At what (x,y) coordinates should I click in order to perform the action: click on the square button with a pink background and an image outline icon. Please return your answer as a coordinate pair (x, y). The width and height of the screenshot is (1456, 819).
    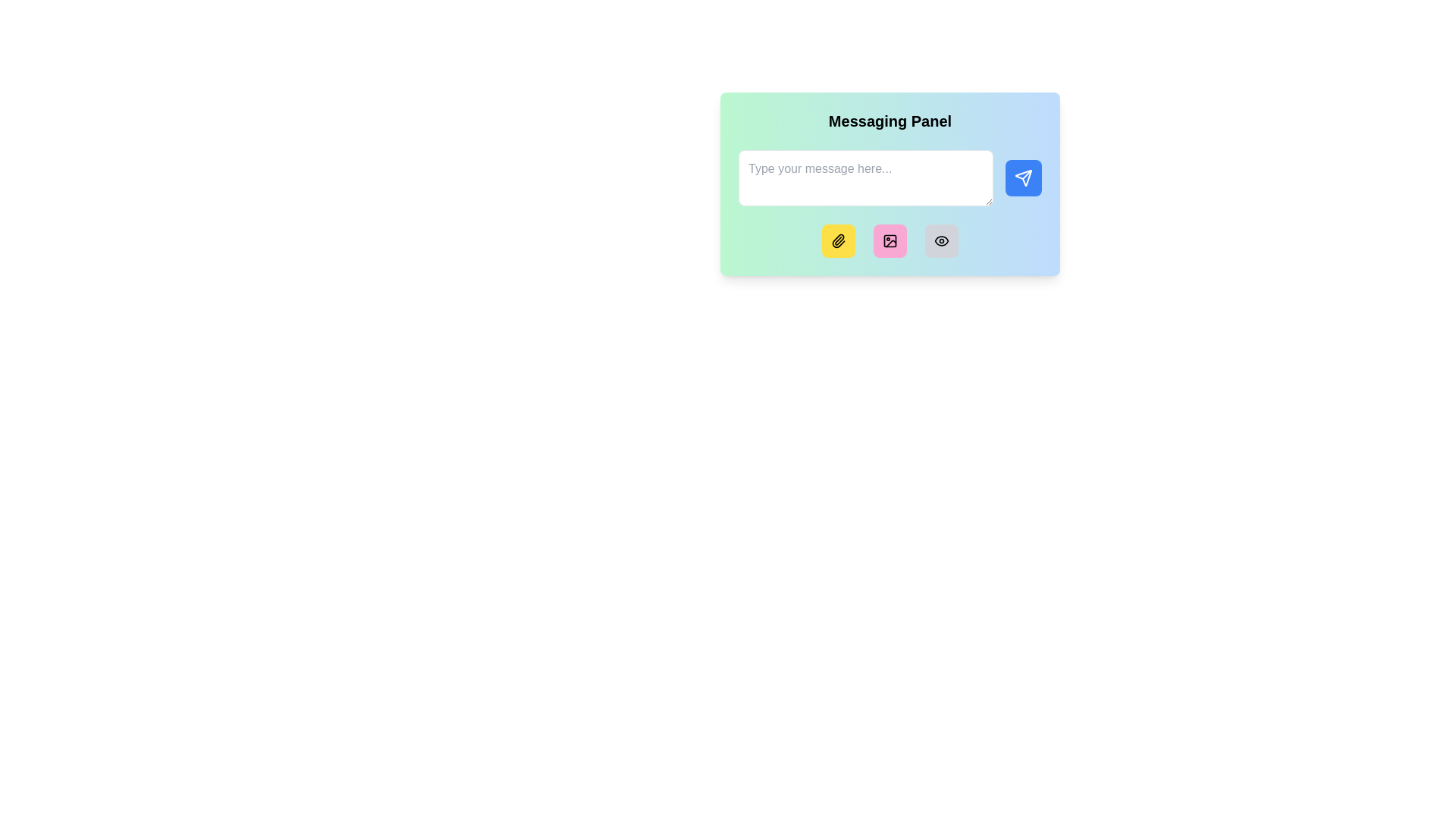
    Looking at the image, I should click on (890, 240).